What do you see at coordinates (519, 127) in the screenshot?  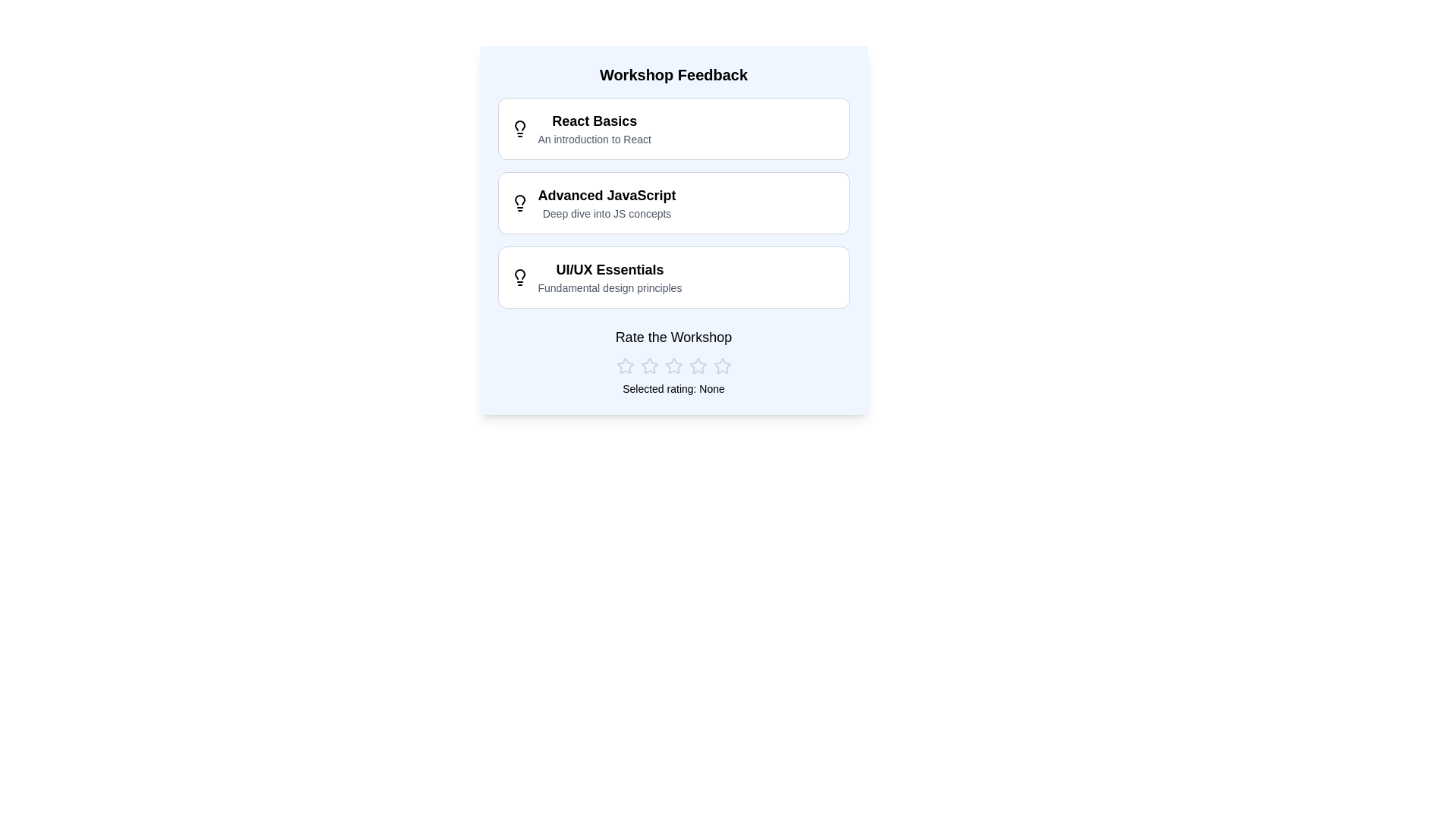 I see `the first icon in the list group that represents the 'React Basics' workshop topic, located to the left of the text 'React Basics'` at bounding box center [519, 127].